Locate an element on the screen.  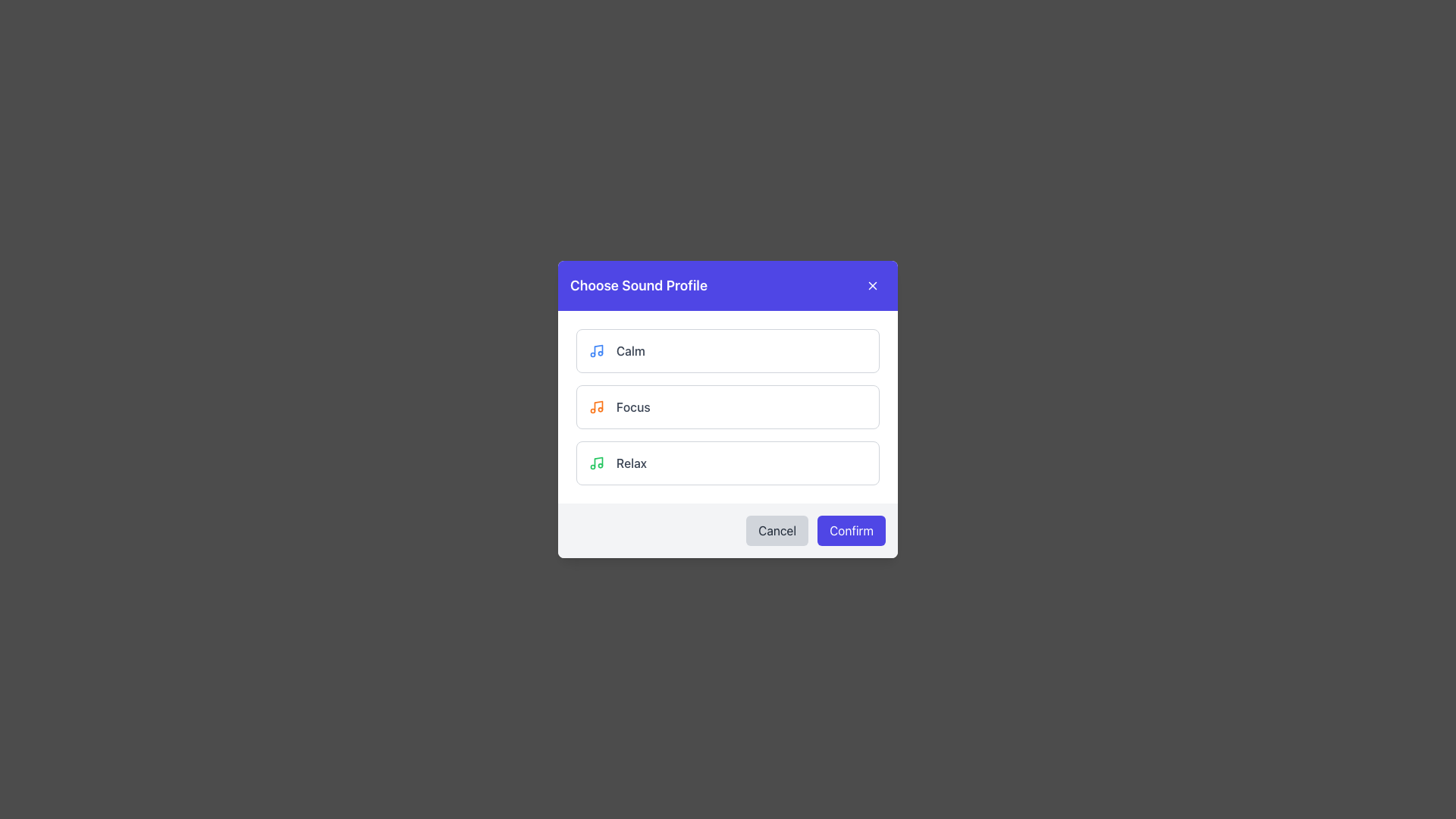
the 'Relax' text label is located at coordinates (632, 462).